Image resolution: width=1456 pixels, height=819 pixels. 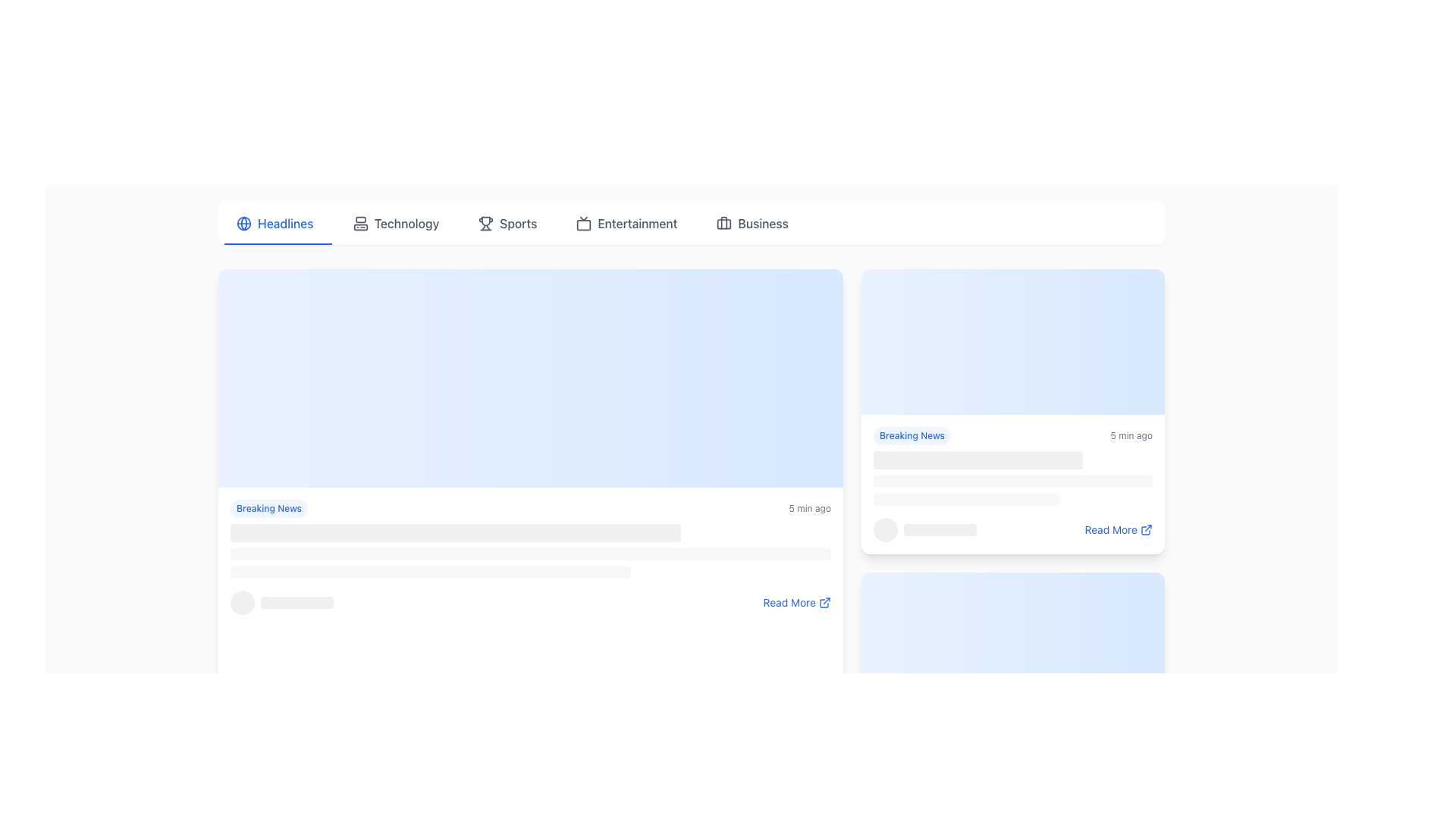 What do you see at coordinates (763, 223) in the screenshot?
I see `the text label for business news located to the right of 'Technology' and 'Sports' in the navigation bar` at bounding box center [763, 223].